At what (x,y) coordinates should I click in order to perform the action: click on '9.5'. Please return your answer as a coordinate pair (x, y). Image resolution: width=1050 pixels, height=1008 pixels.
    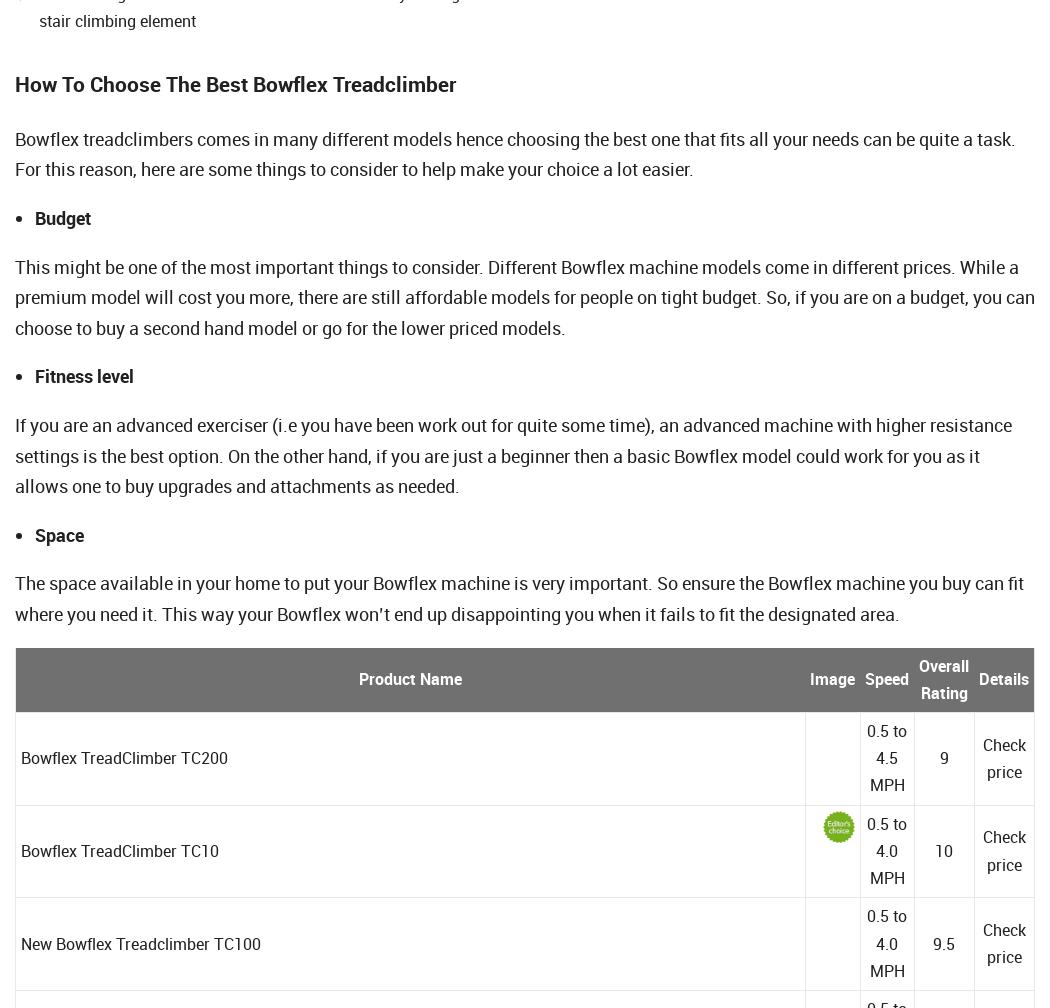
    Looking at the image, I should click on (942, 942).